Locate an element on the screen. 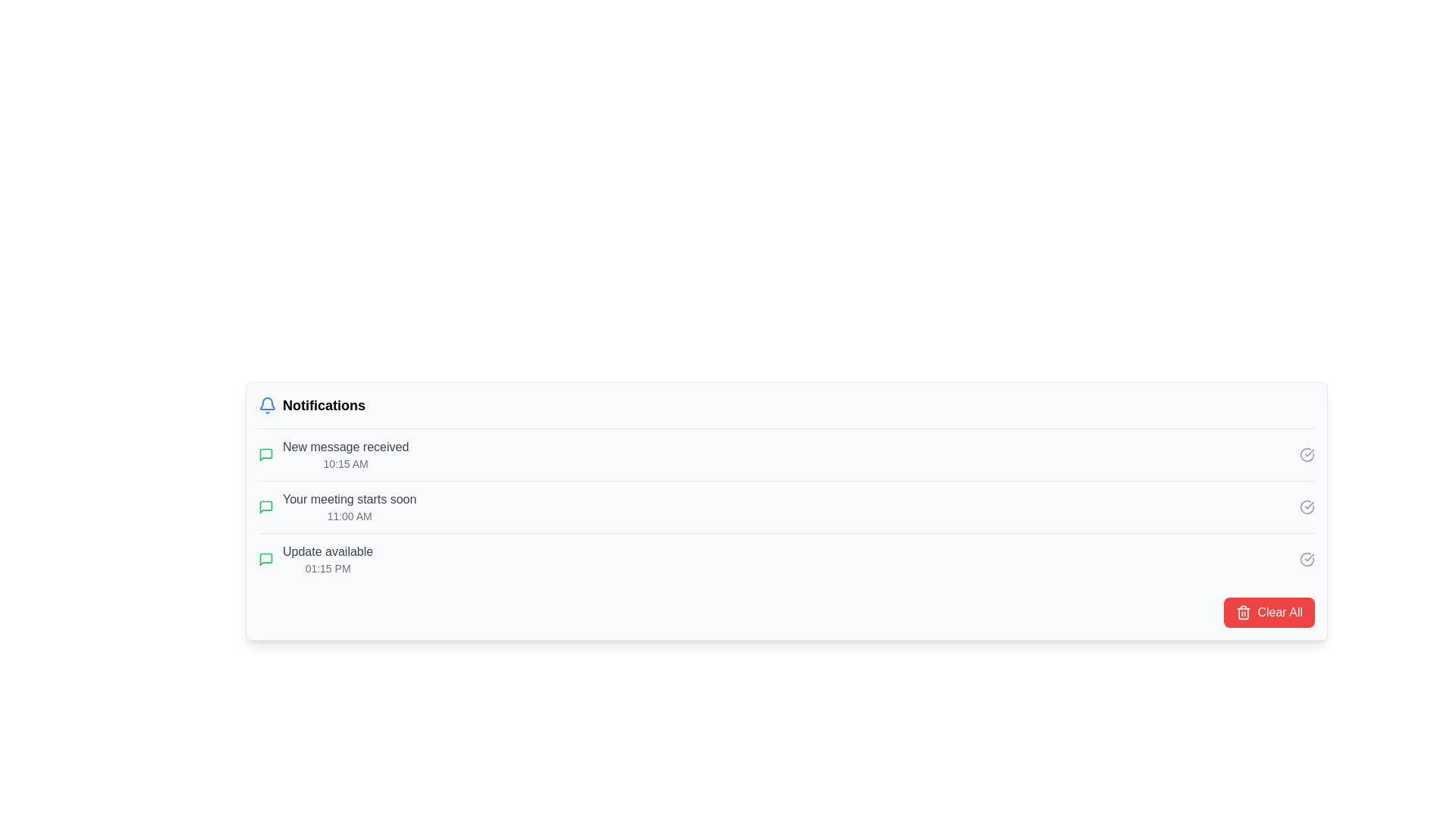 This screenshot has width=1456, height=819. the trash bin icon within the 'Clear All' button located at the far-right side of the notification panel is located at coordinates (1244, 611).